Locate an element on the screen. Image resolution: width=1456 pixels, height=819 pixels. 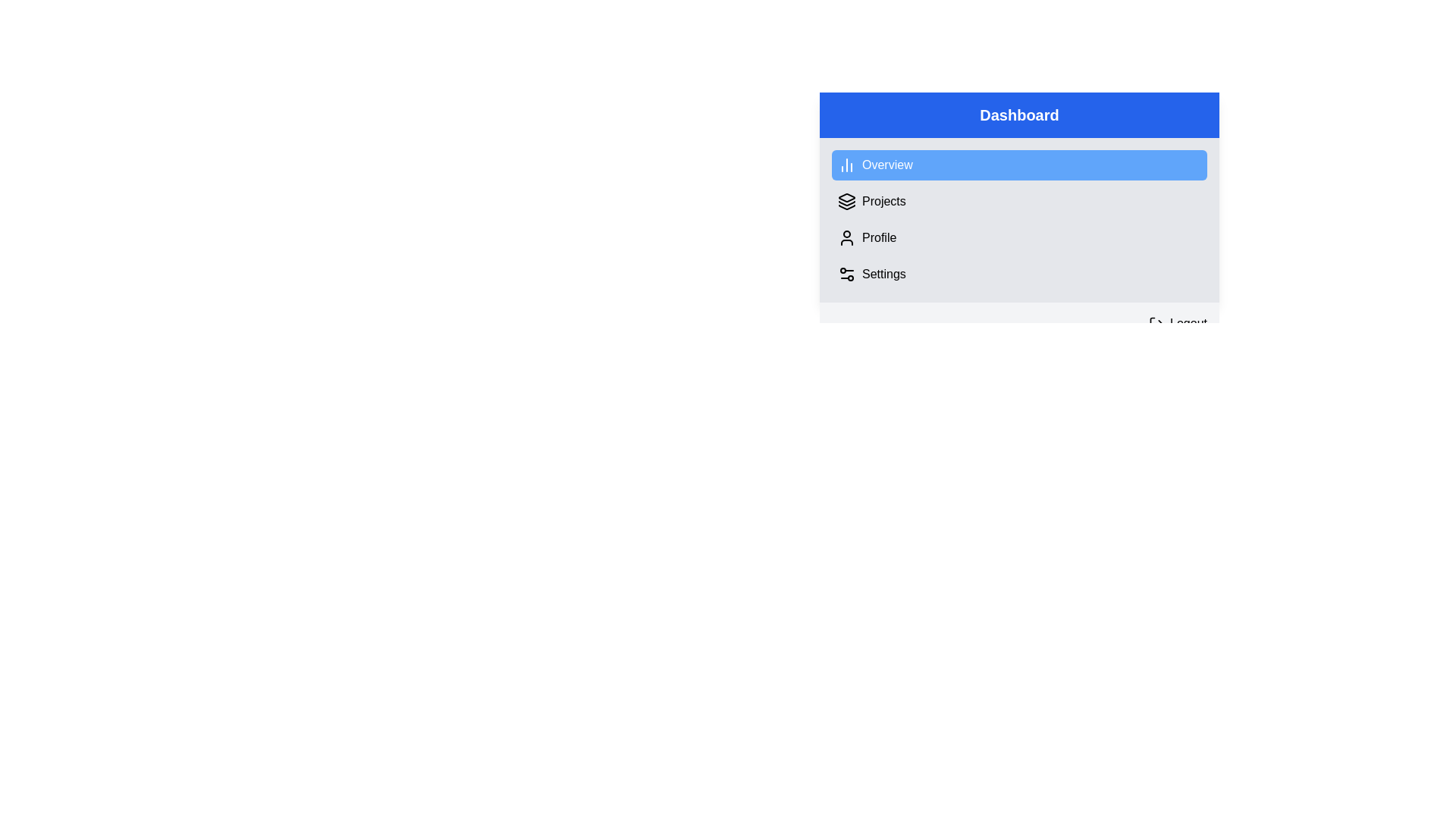
the 'Projects' icon in the sidebar menu of the 'Dashboard', which serves as an indicative icon for the 'Projects' menu item is located at coordinates (846, 201).